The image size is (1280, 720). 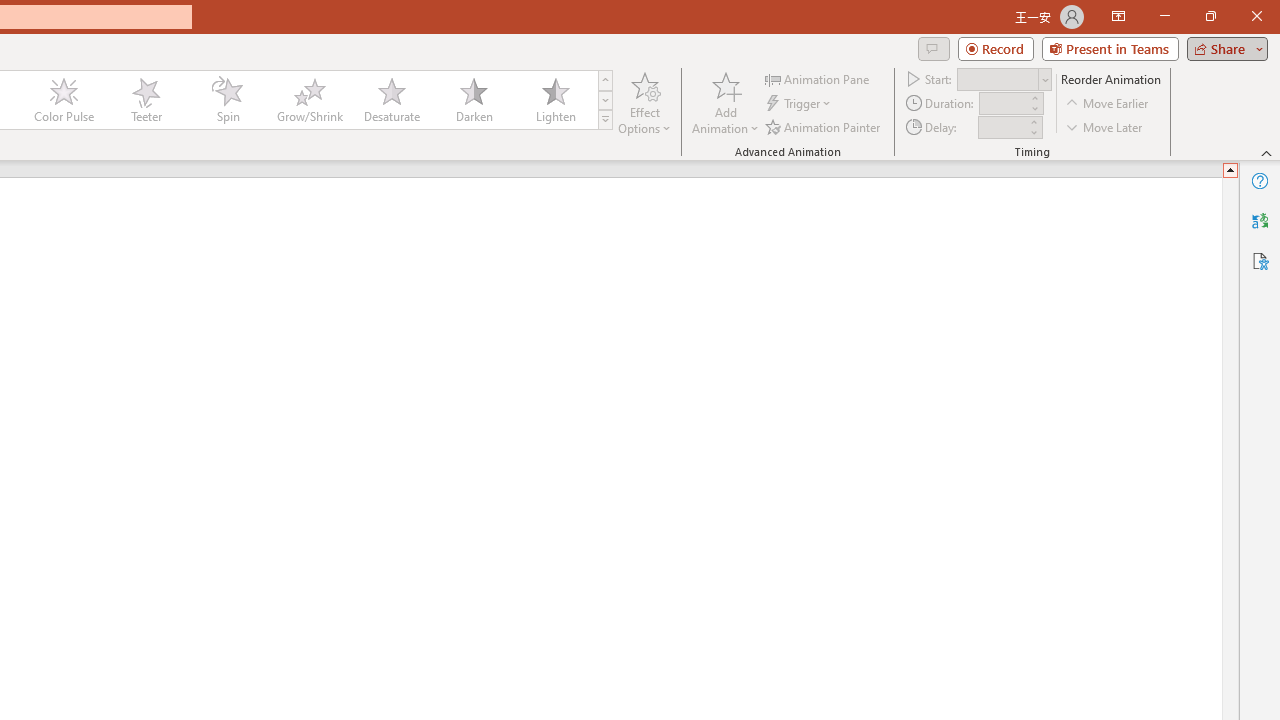 What do you see at coordinates (824, 127) in the screenshot?
I see `'Animation Painter'` at bounding box center [824, 127].